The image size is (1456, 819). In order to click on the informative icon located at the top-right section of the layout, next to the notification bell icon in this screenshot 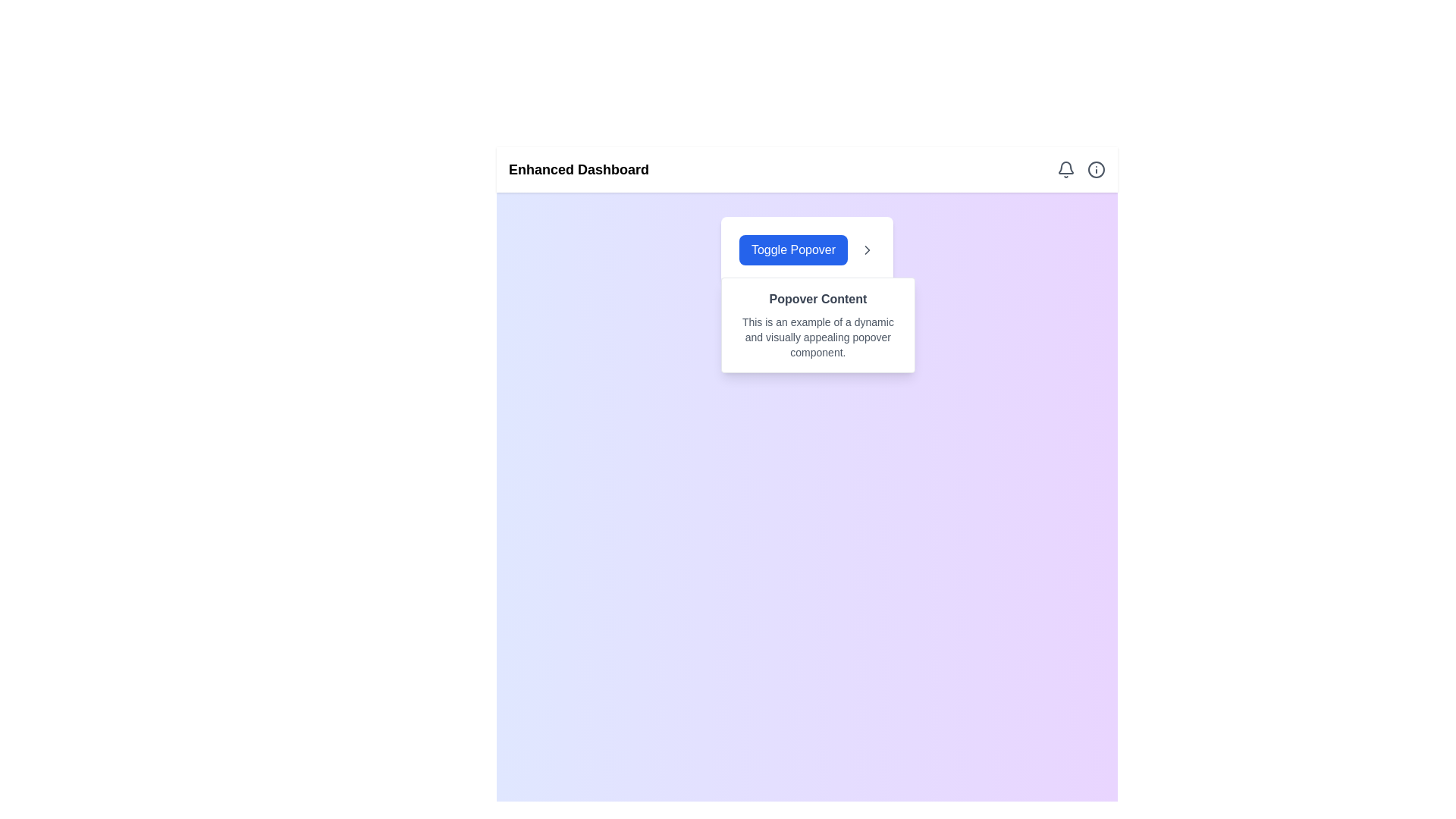, I will do `click(1096, 169)`.